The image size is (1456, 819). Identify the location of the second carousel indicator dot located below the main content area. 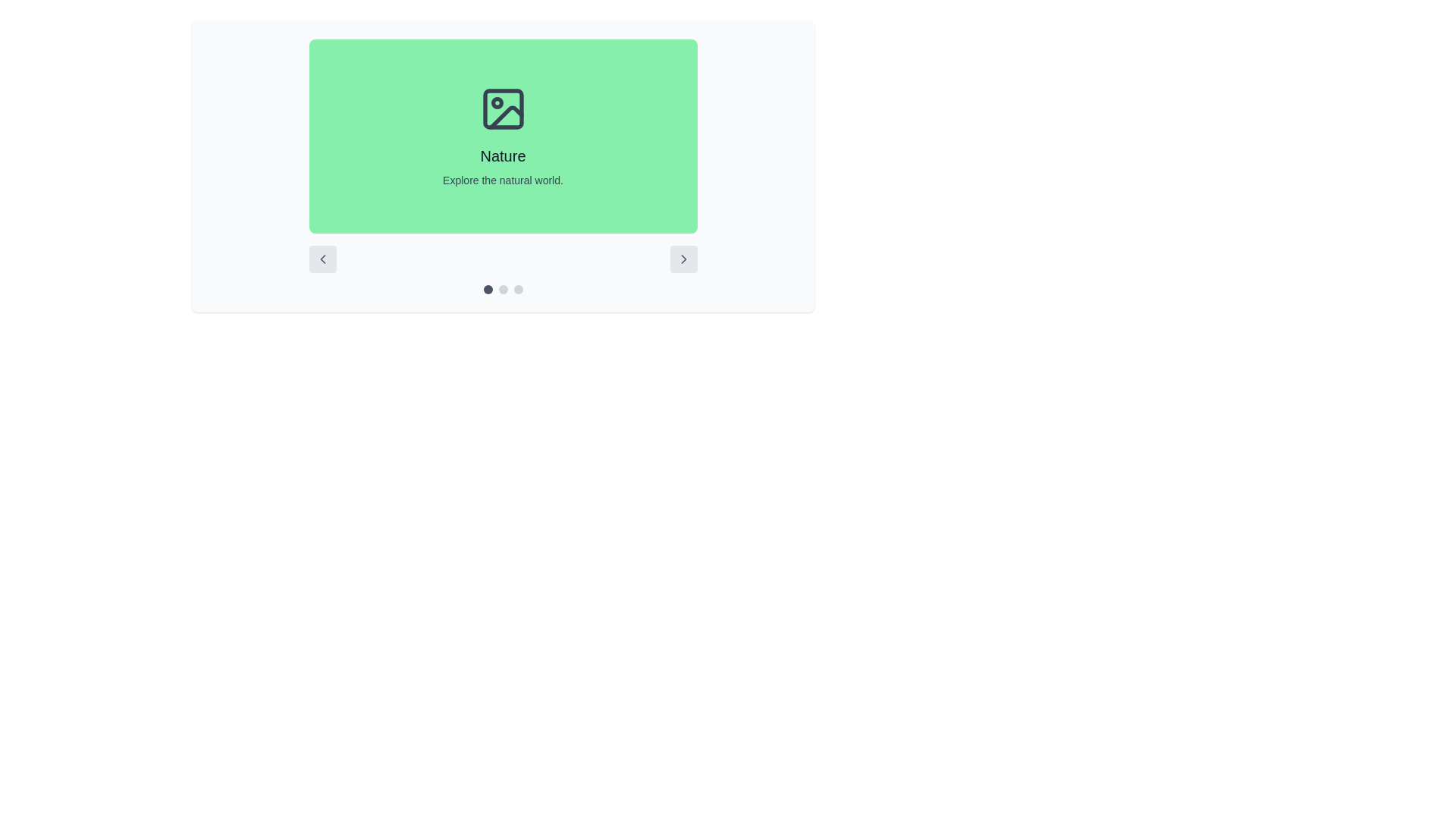
(503, 289).